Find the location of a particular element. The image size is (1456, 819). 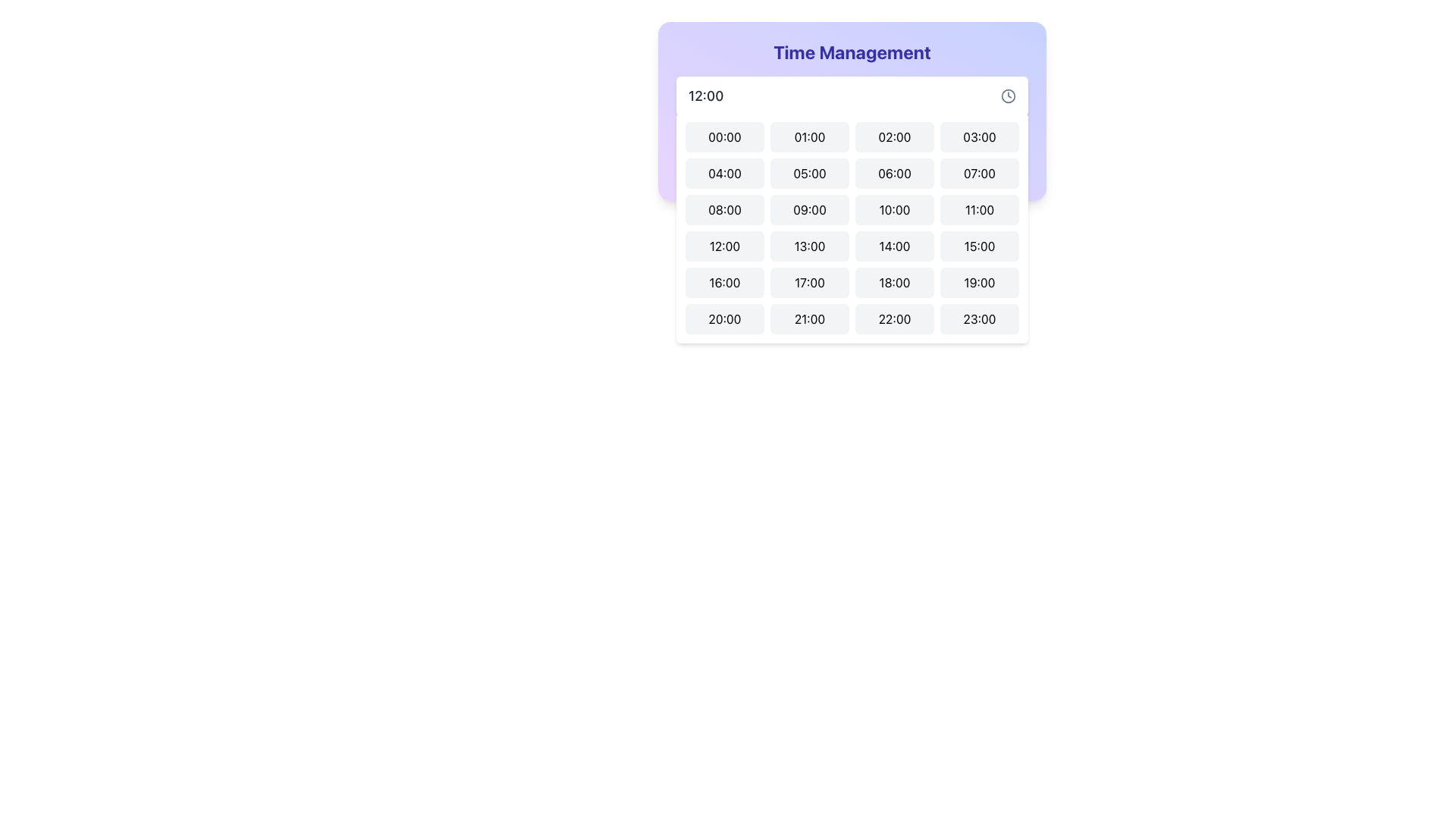

the button in the second row and first column of the time picker is located at coordinates (723, 172).